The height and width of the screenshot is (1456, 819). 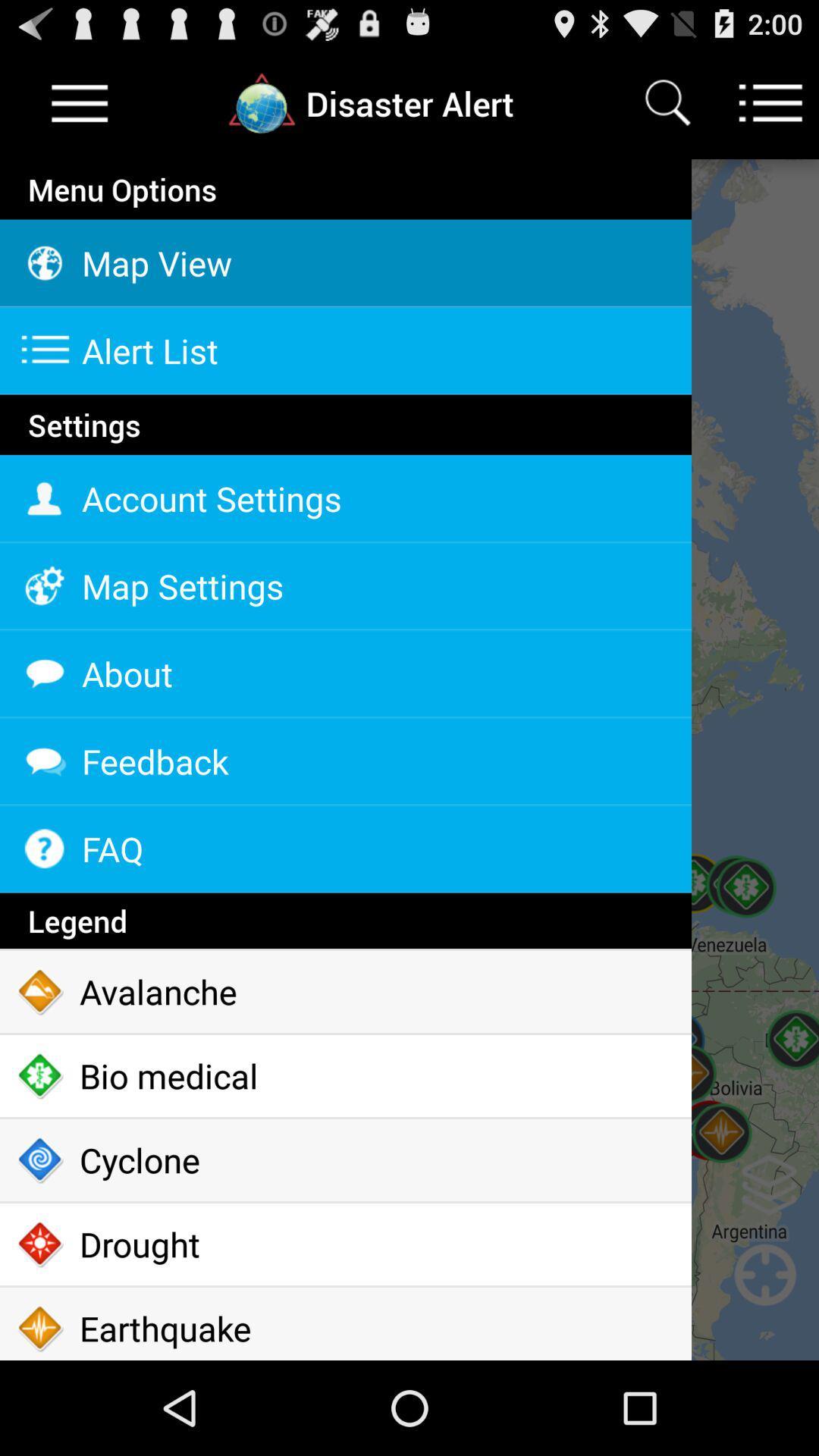 I want to click on search icon which is at the top of the page, so click(x=667, y=102).